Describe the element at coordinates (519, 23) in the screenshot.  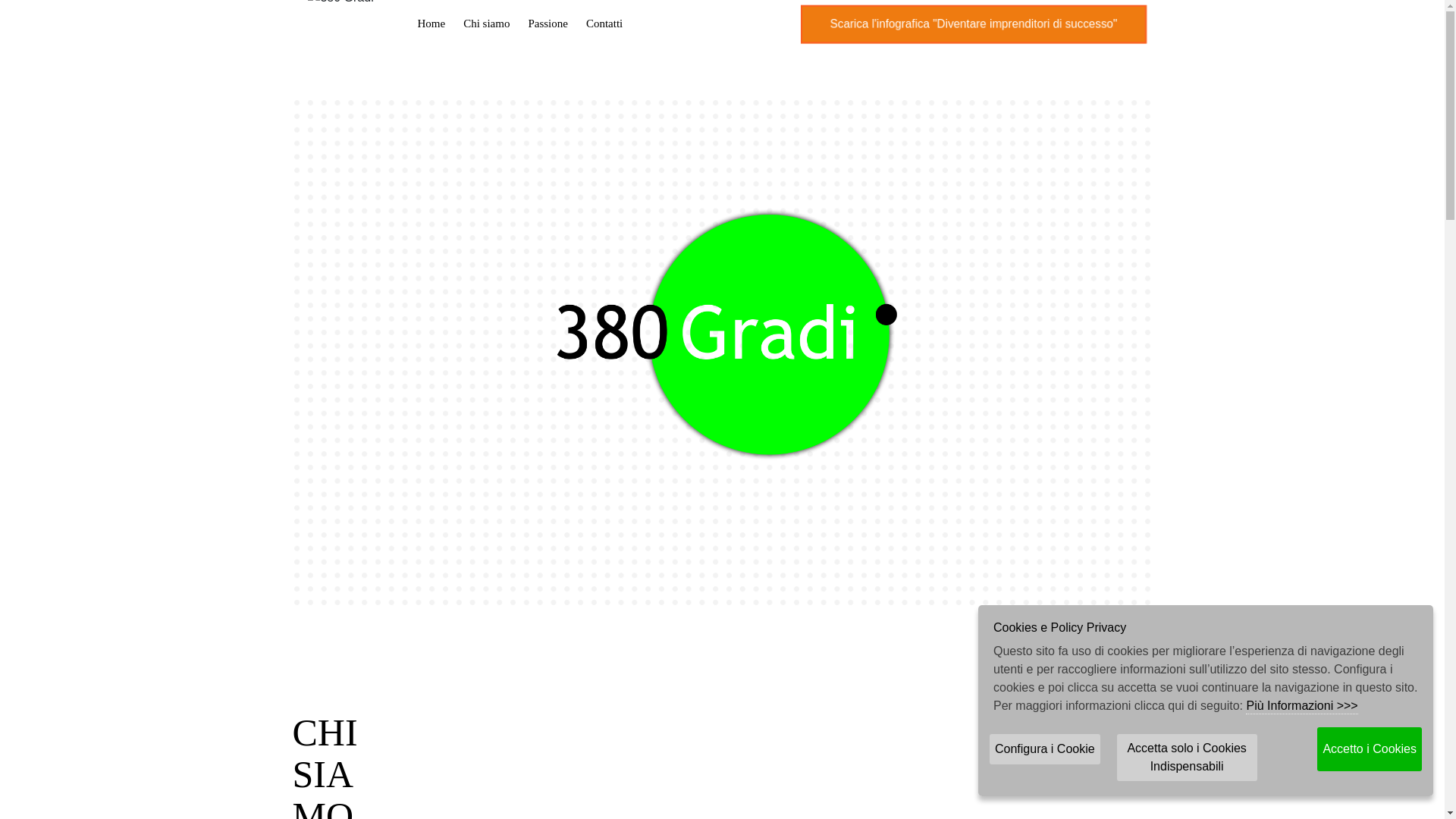
I see `'Passione'` at that location.